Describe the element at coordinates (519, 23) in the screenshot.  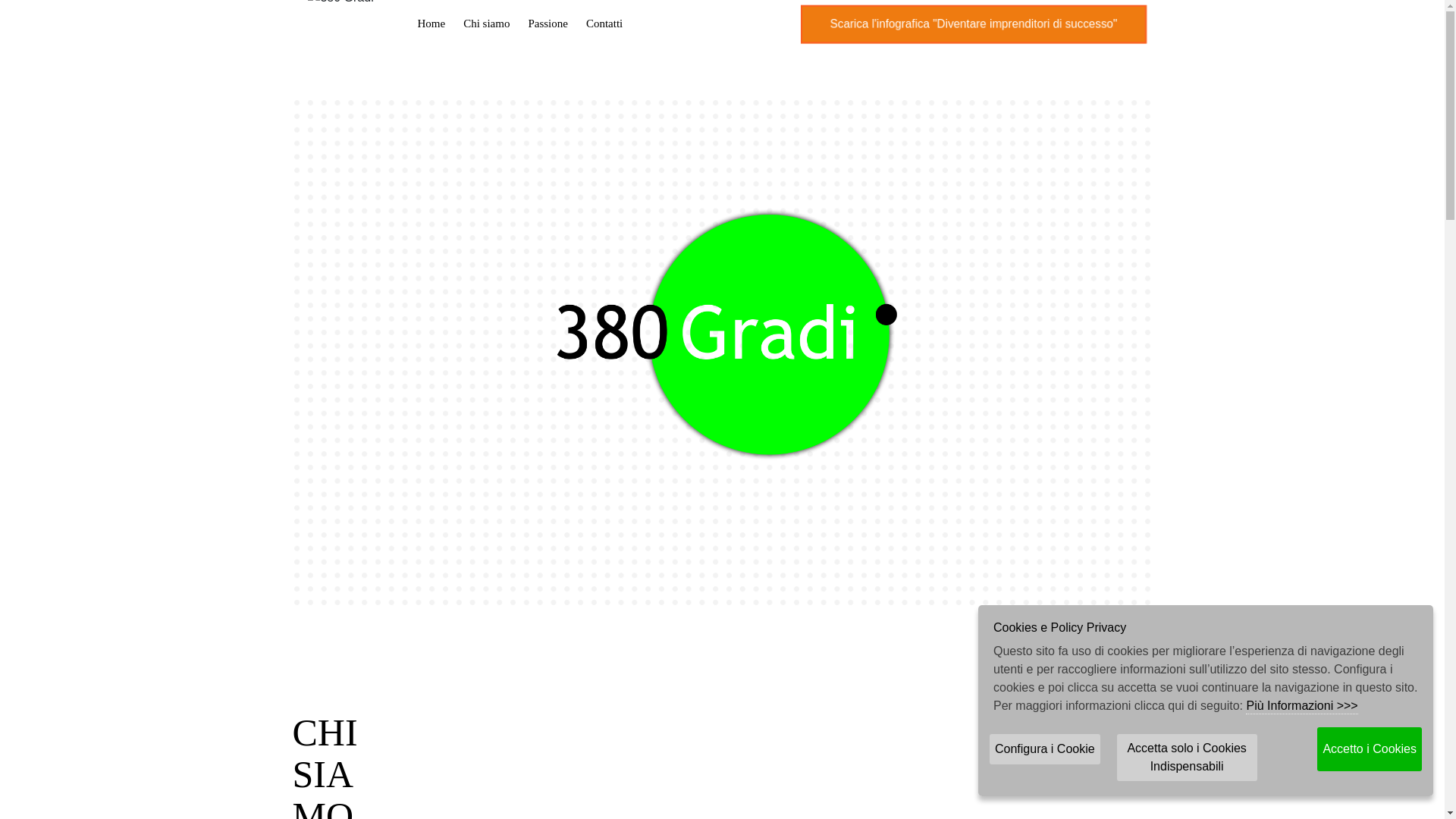
I see `'Passione'` at that location.